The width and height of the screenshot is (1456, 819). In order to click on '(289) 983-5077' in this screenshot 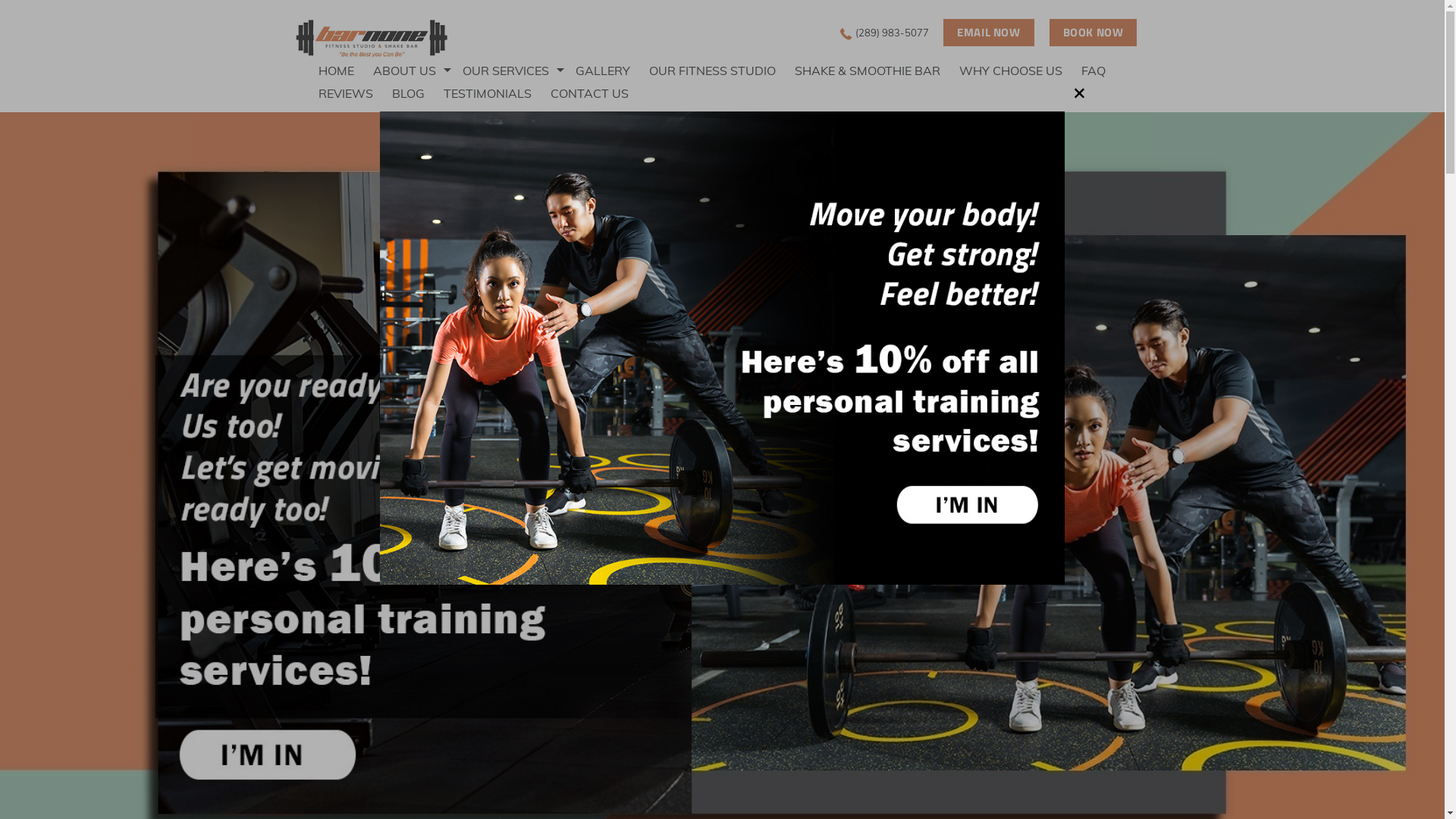, I will do `click(839, 32)`.